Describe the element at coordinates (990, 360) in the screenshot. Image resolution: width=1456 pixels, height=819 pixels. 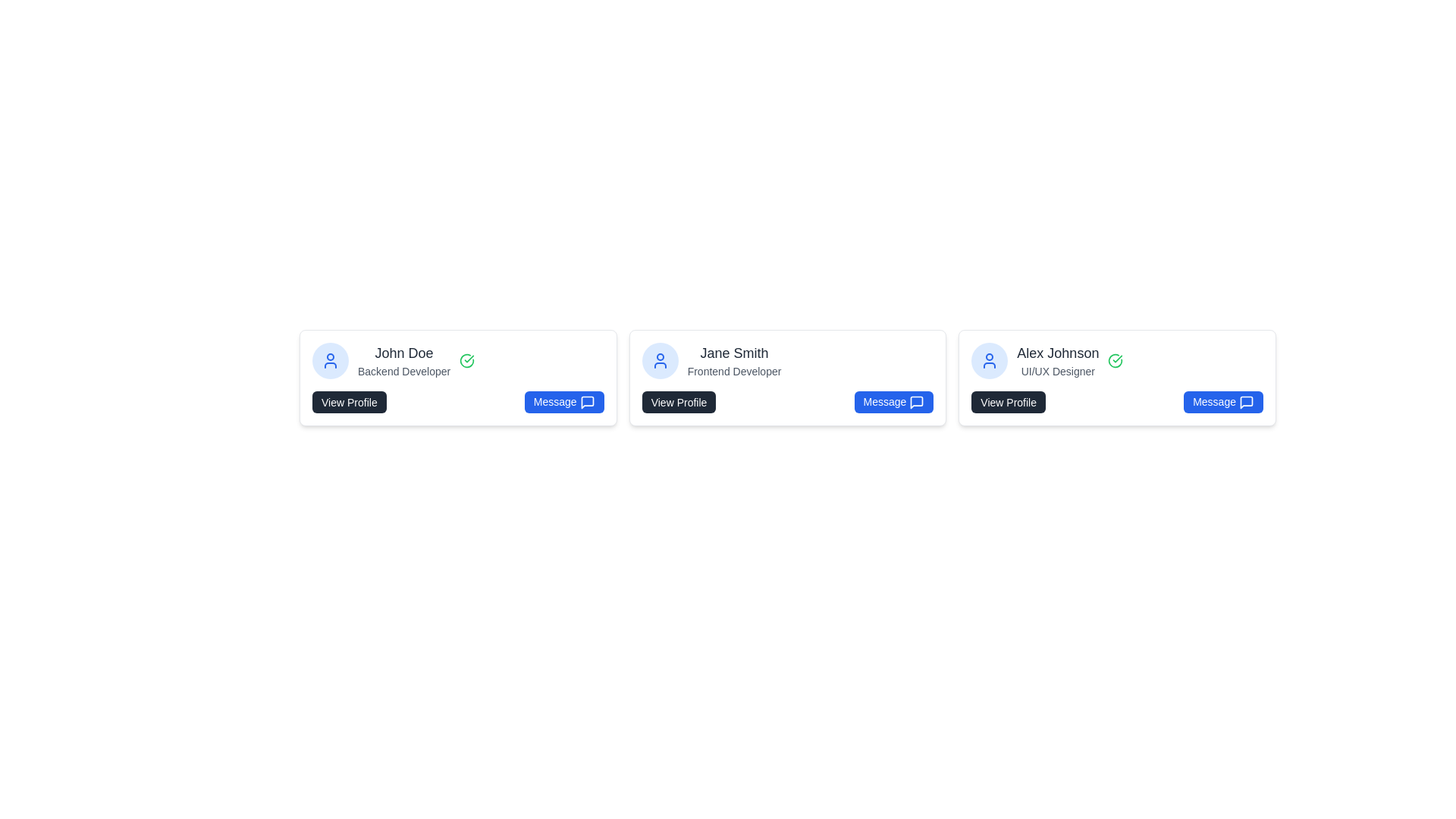
I see `the user silhouette icon in Alex Johnson's profile card, which is styled with a blue color scheme and is located in the top-left corner of the circular background` at that location.